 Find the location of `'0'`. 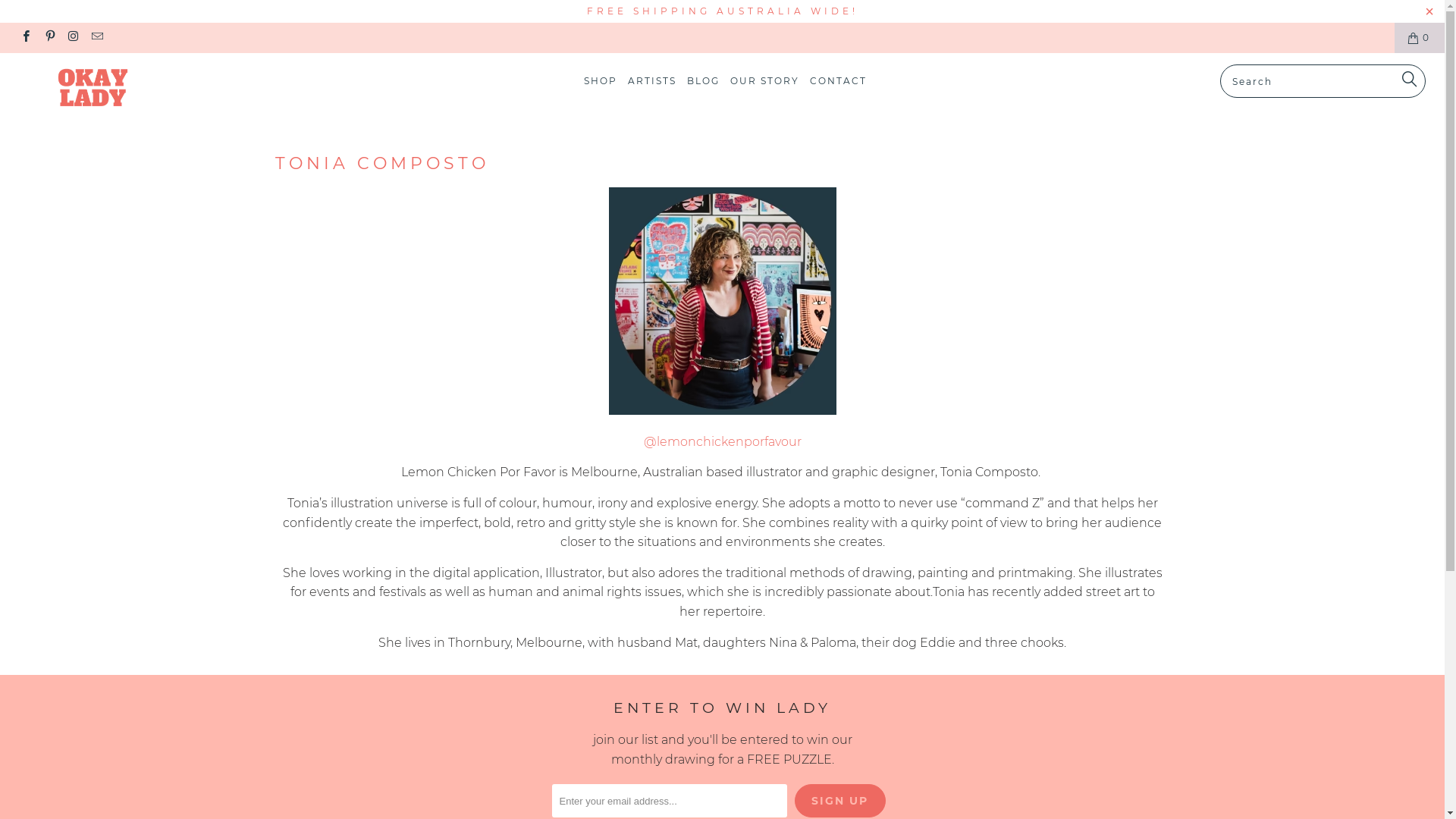

'0' is located at coordinates (1419, 37).